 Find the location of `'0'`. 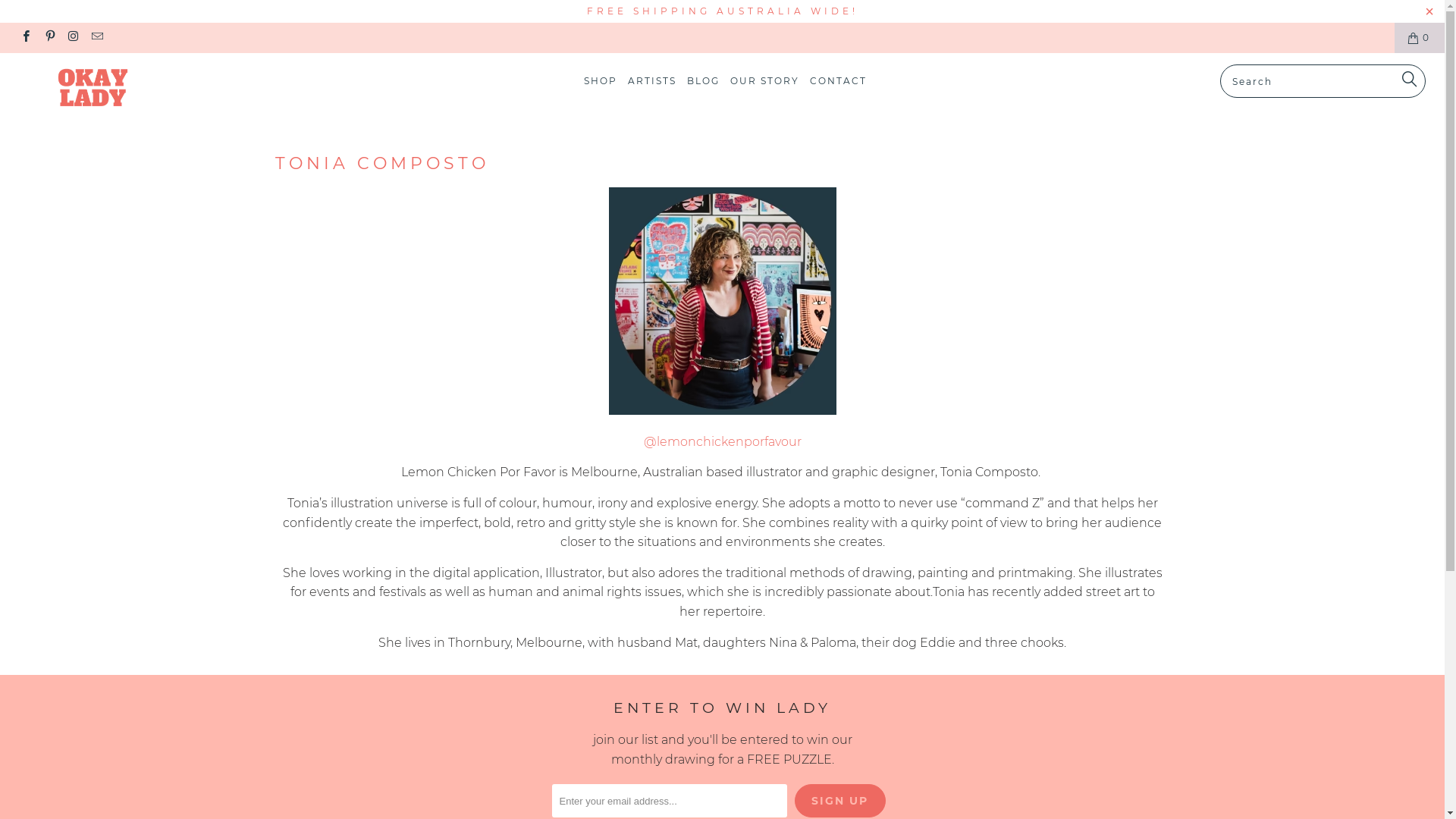

'0' is located at coordinates (1419, 37).